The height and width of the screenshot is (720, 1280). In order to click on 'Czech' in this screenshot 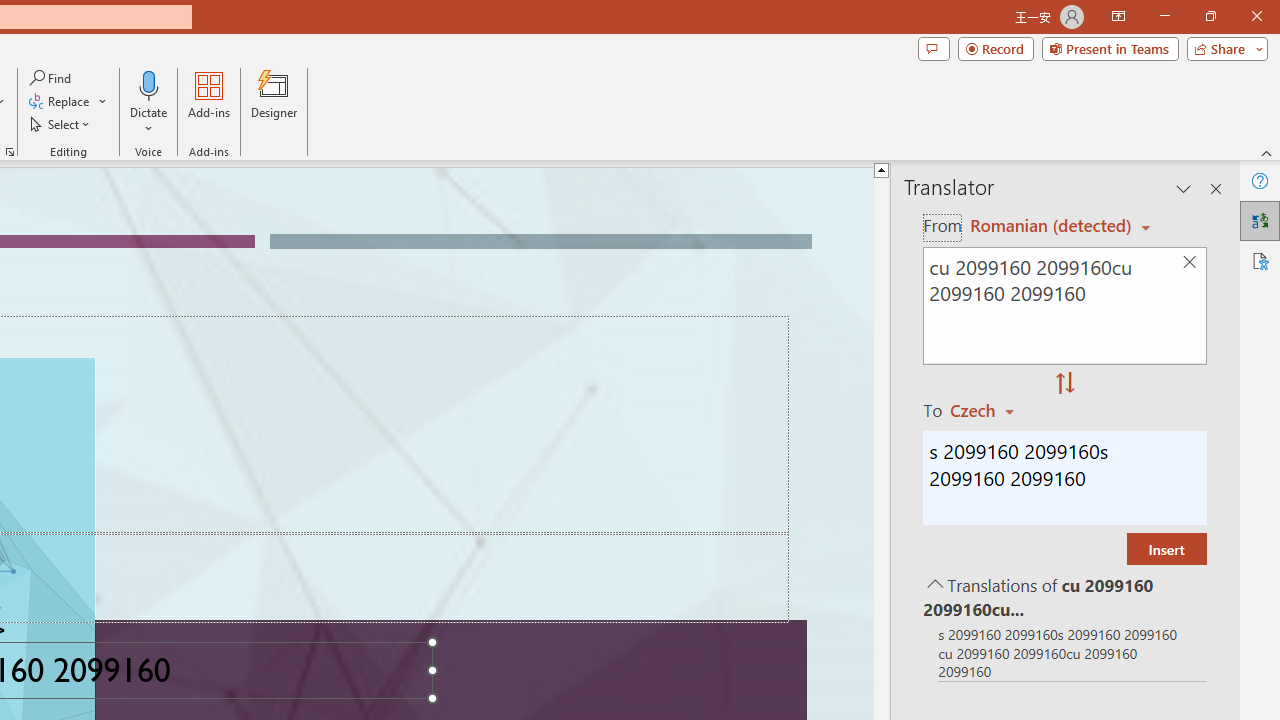, I will do `click(991, 409)`.